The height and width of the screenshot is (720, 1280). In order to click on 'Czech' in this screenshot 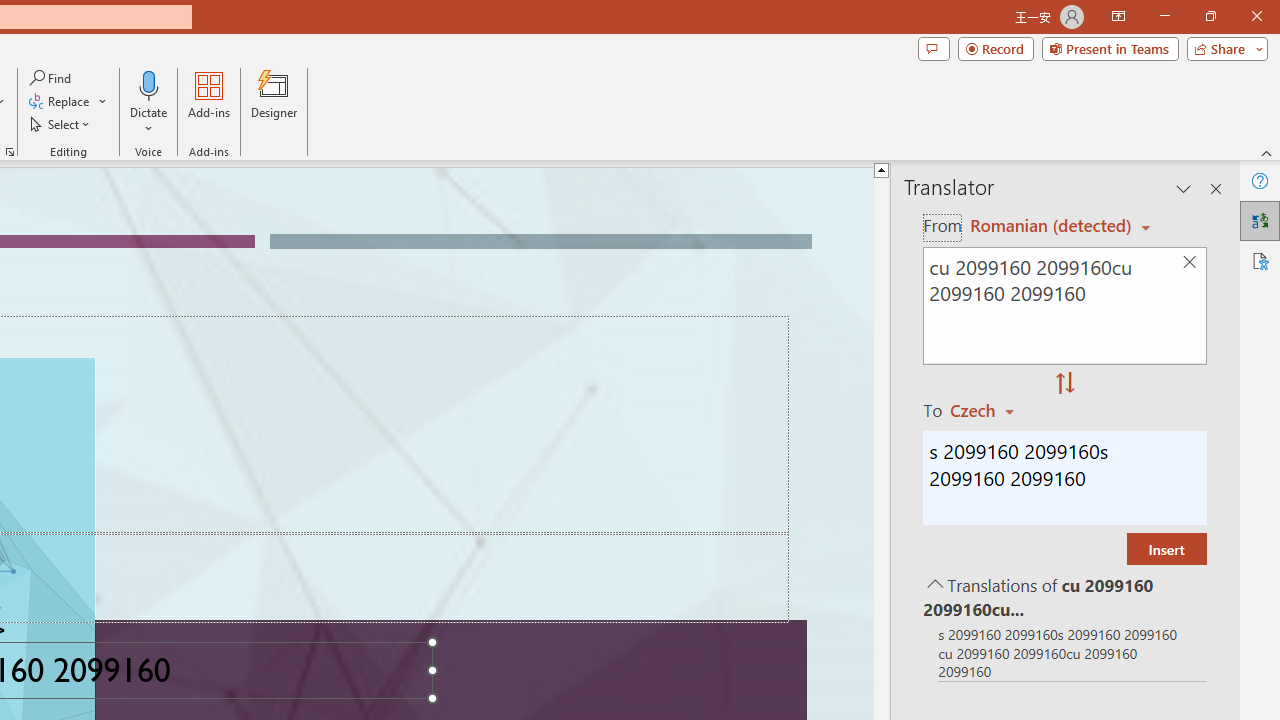, I will do `click(991, 409)`.